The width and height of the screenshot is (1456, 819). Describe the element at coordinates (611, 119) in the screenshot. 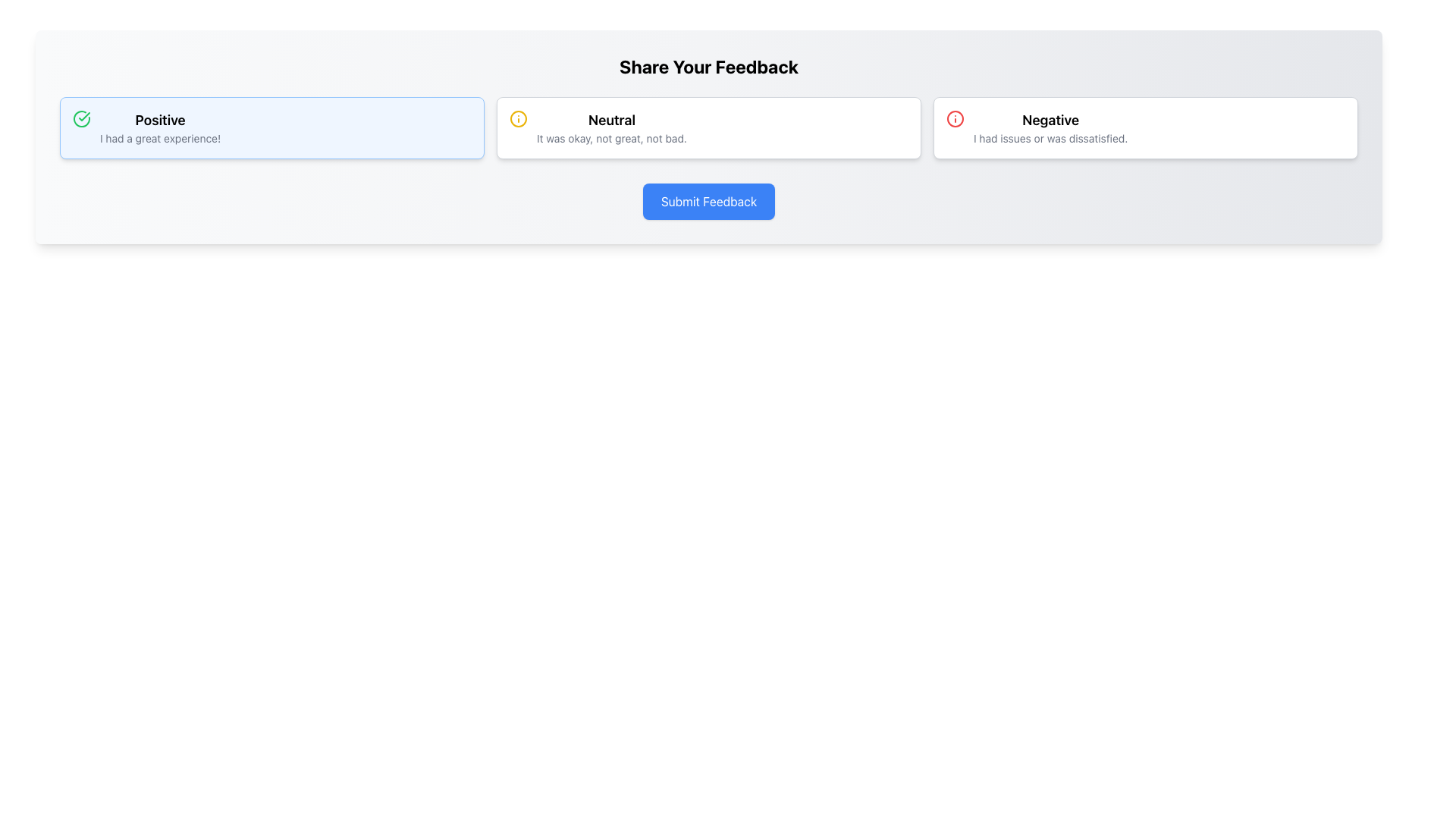

I see `the bolded text label displaying the word 'Neutral' at the center-top of the 'Neutral' feedback card` at that location.